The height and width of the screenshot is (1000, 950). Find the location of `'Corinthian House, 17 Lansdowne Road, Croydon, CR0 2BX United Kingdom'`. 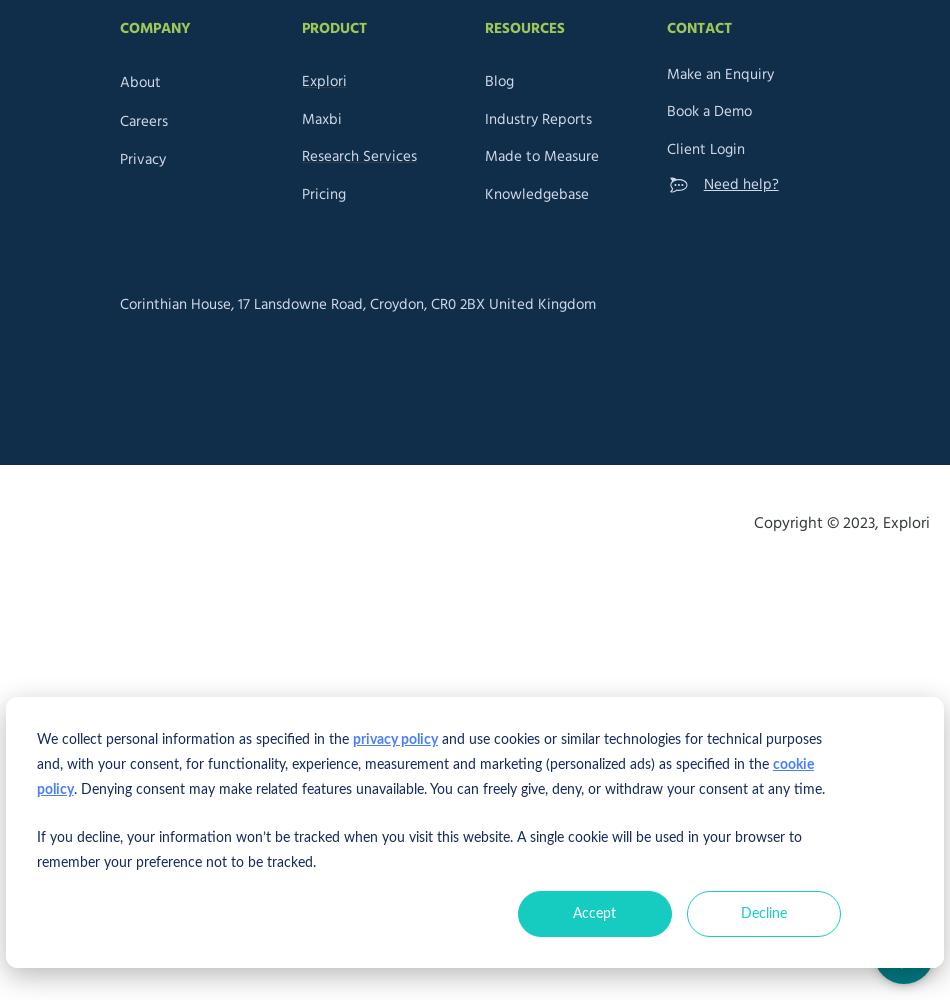

'Corinthian House, 17 Lansdowne Road, Croydon, CR0 2BX United Kingdom' is located at coordinates (356, 304).